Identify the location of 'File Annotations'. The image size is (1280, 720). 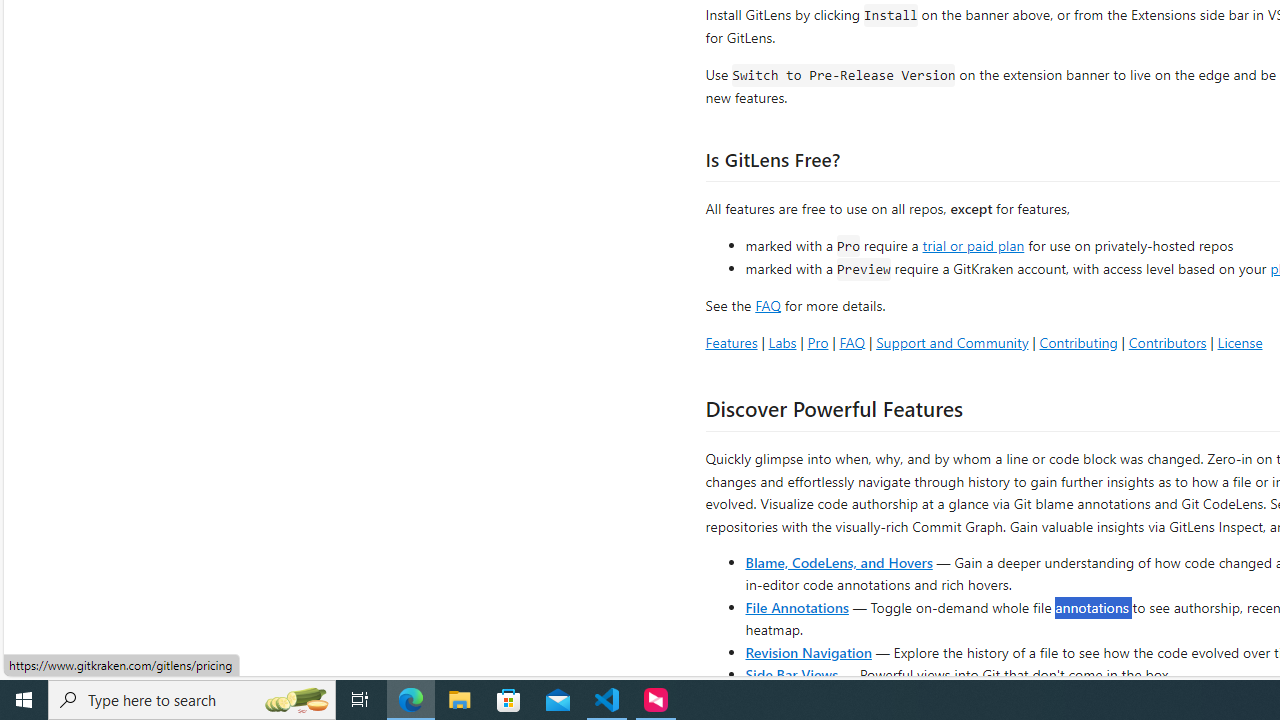
(795, 605).